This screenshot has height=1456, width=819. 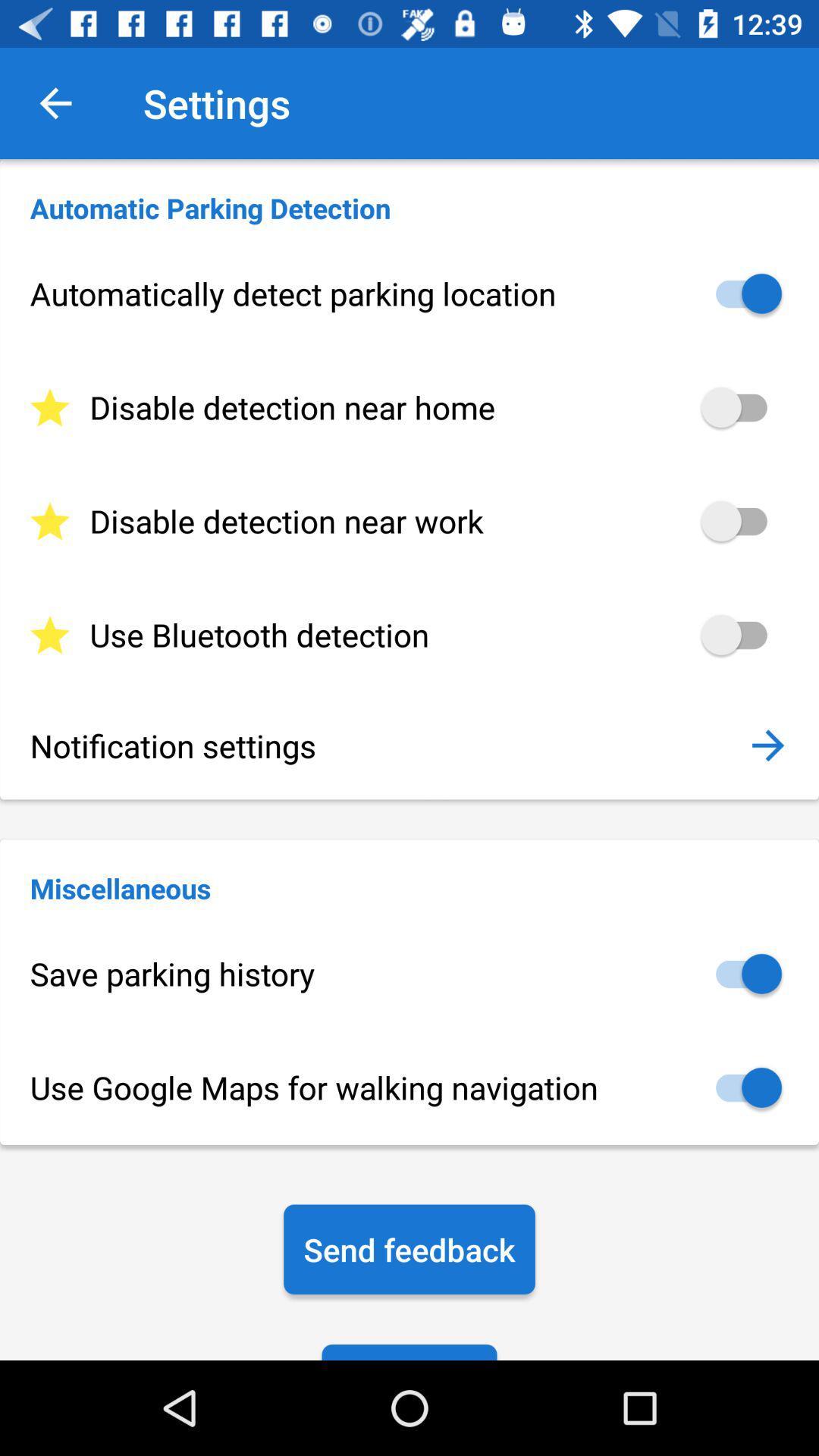 What do you see at coordinates (409, 1087) in the screenshot?
I see `icon below save parking history item` at bounding box center [409, 1087].